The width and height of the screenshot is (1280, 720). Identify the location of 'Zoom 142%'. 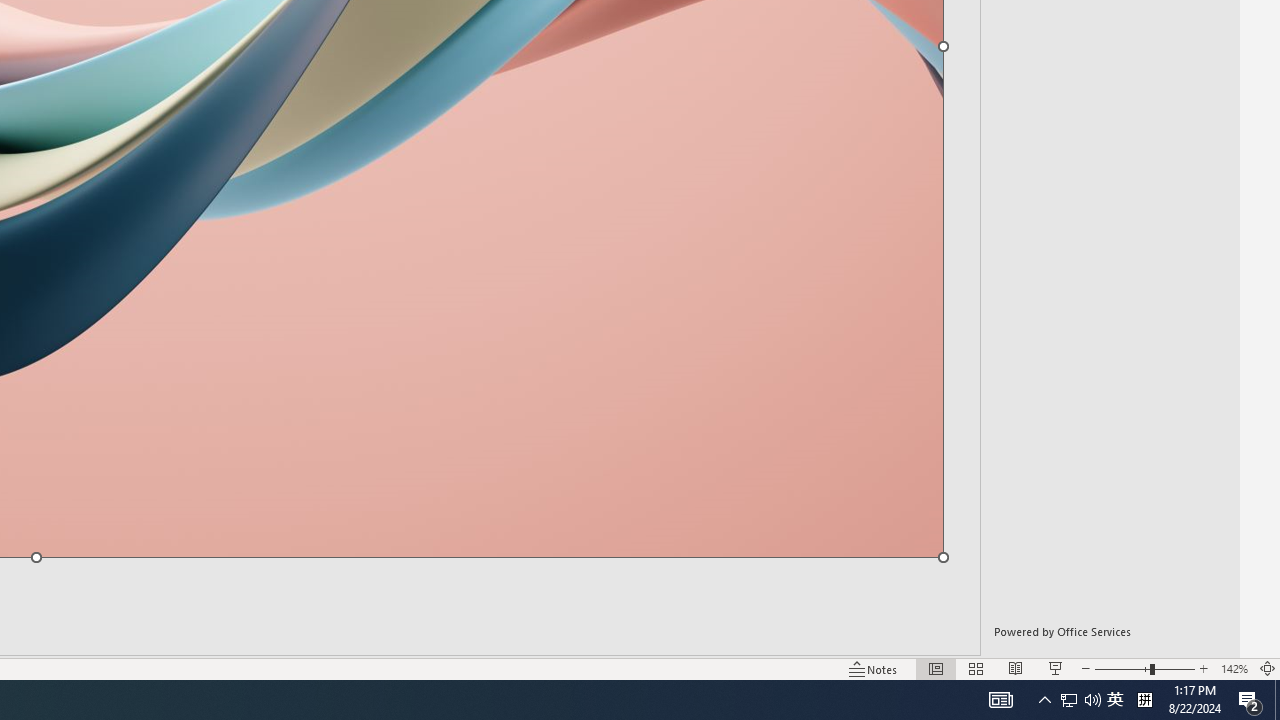
(1233, 669).